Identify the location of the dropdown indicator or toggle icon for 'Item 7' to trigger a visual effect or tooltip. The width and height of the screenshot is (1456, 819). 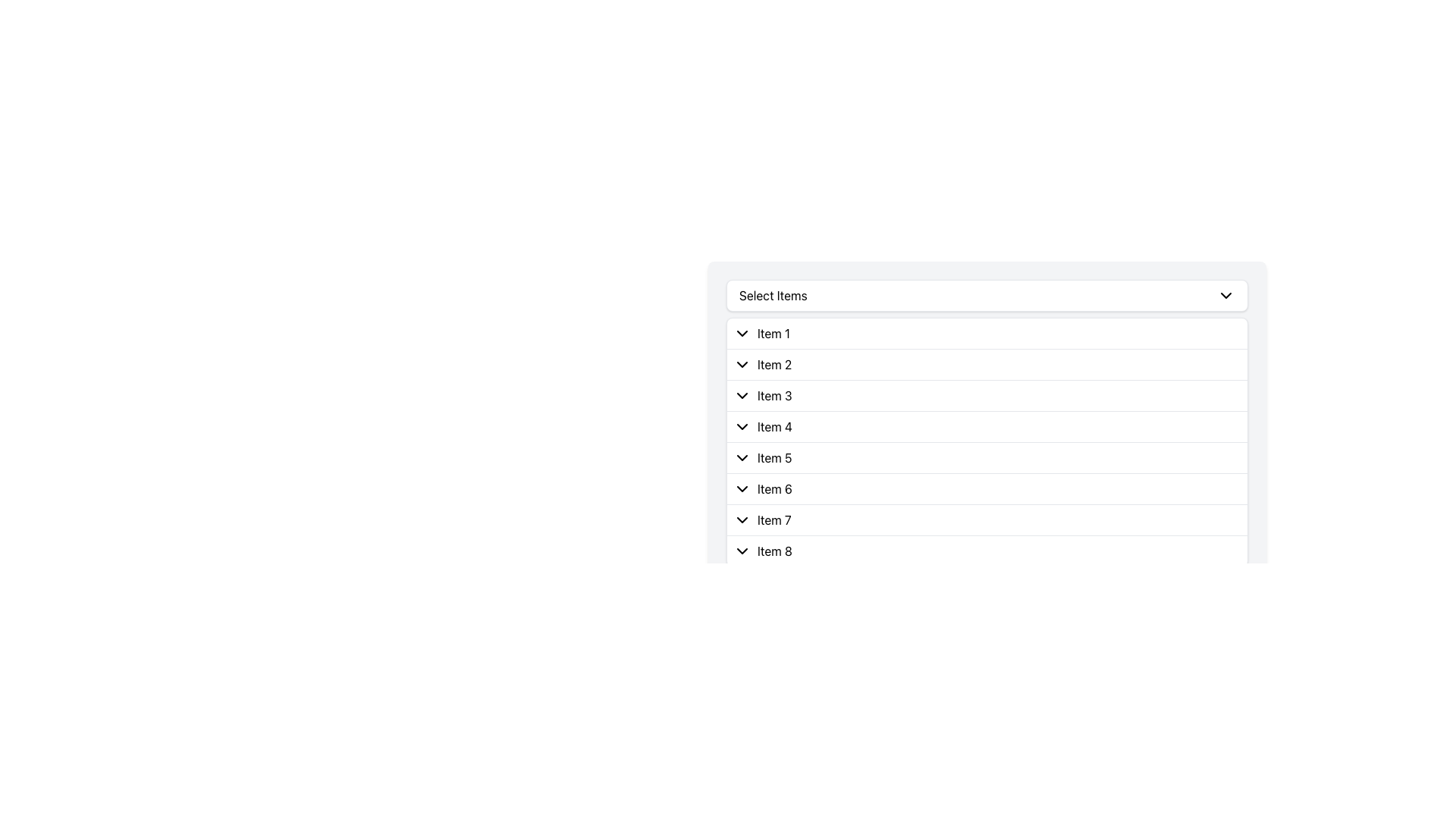
(742, 519).